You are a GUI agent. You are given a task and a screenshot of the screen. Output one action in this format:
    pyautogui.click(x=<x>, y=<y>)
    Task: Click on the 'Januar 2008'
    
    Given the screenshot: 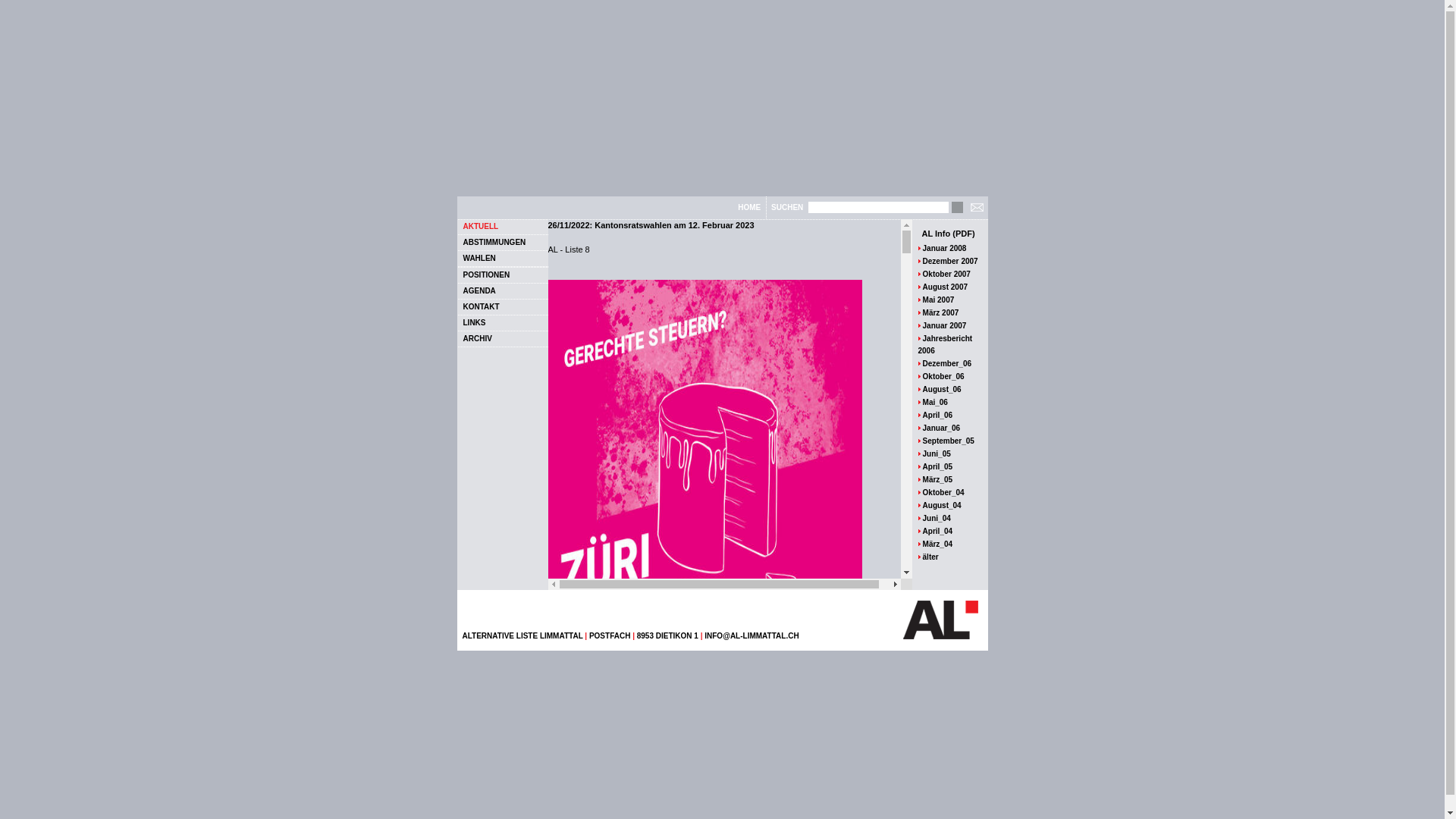 What is the action you would take?
    pyautogui.click(x=944, y=247)
    